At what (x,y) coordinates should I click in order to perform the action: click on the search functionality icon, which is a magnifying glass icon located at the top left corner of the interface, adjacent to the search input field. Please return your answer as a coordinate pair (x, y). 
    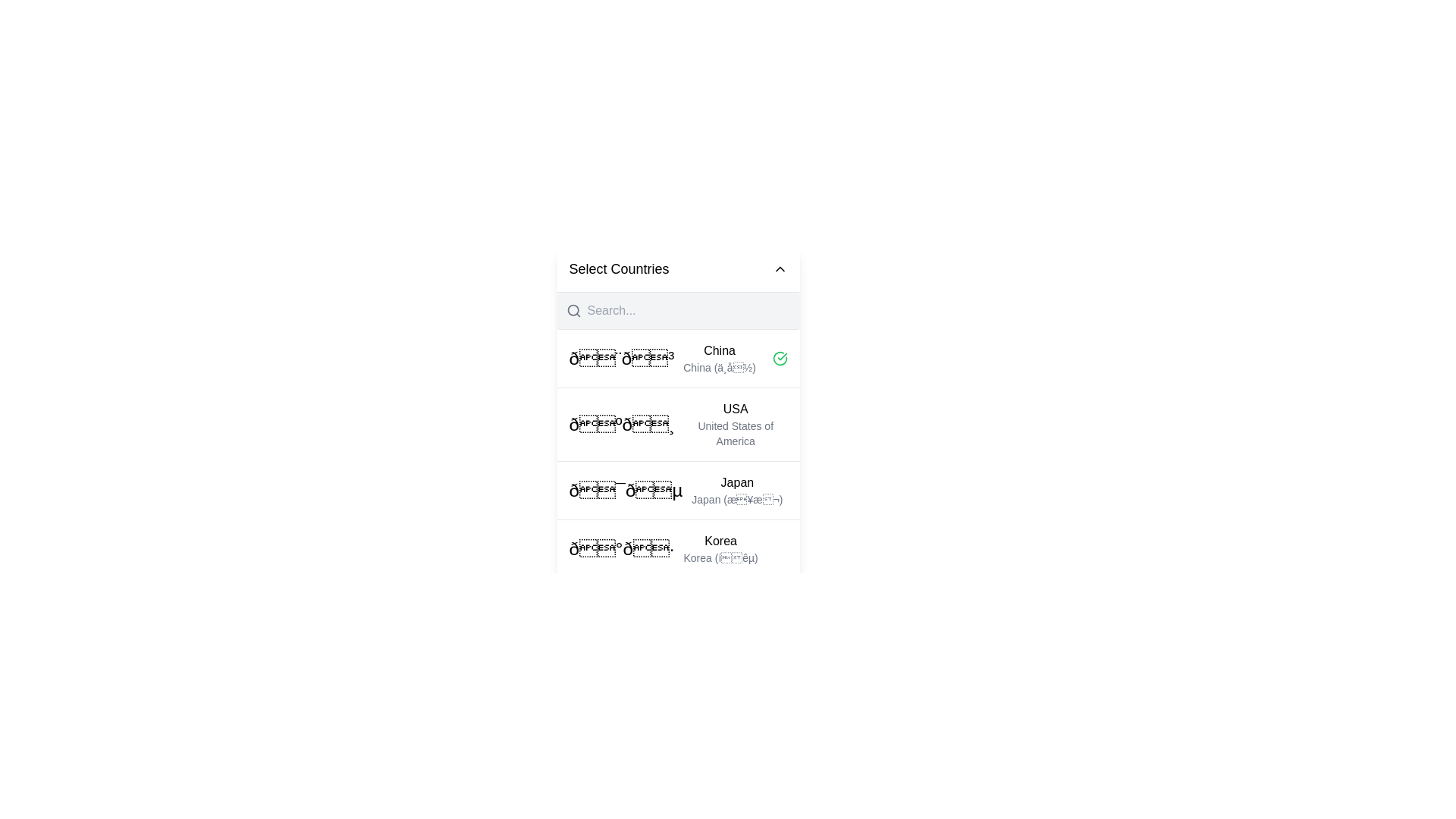
    Looking at the image, I should click on (573, 309).